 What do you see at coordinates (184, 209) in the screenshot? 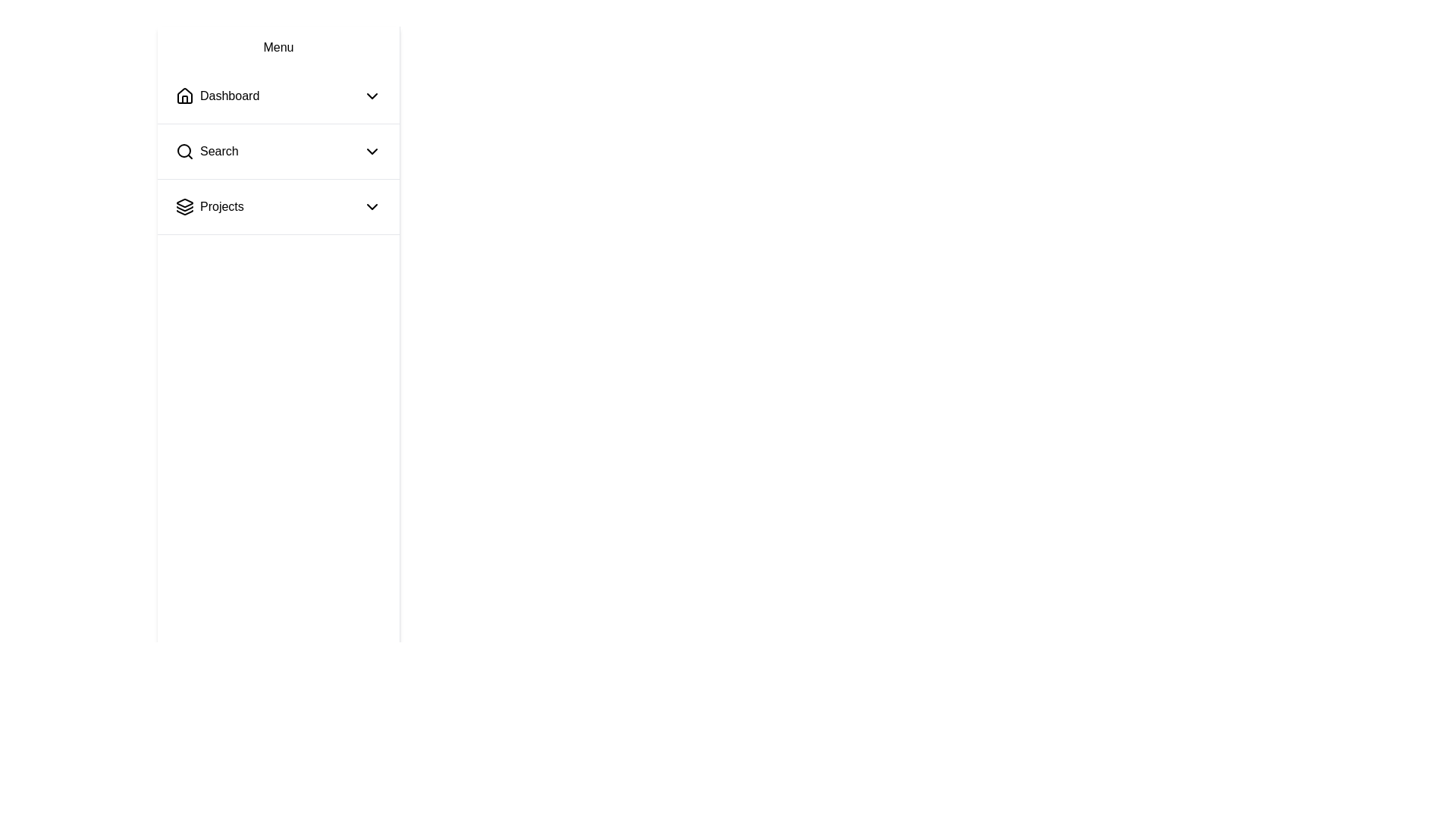
I see `the middle component of the layered icon in the 'Projects' menu, which represents the concept of 'layers' or 'projects'` at bounding box center [184, 209].